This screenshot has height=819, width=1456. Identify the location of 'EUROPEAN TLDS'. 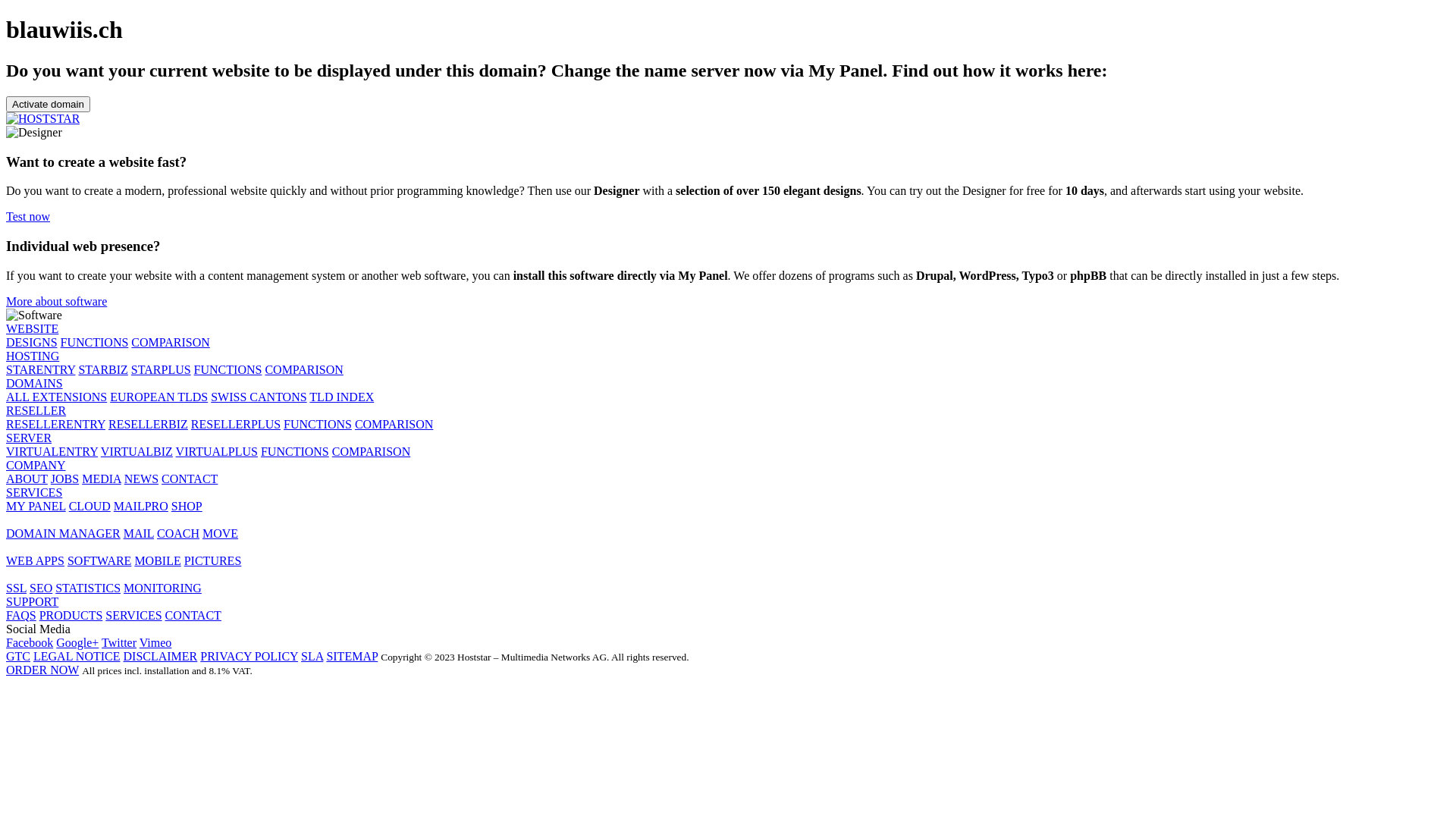
(108, 396).